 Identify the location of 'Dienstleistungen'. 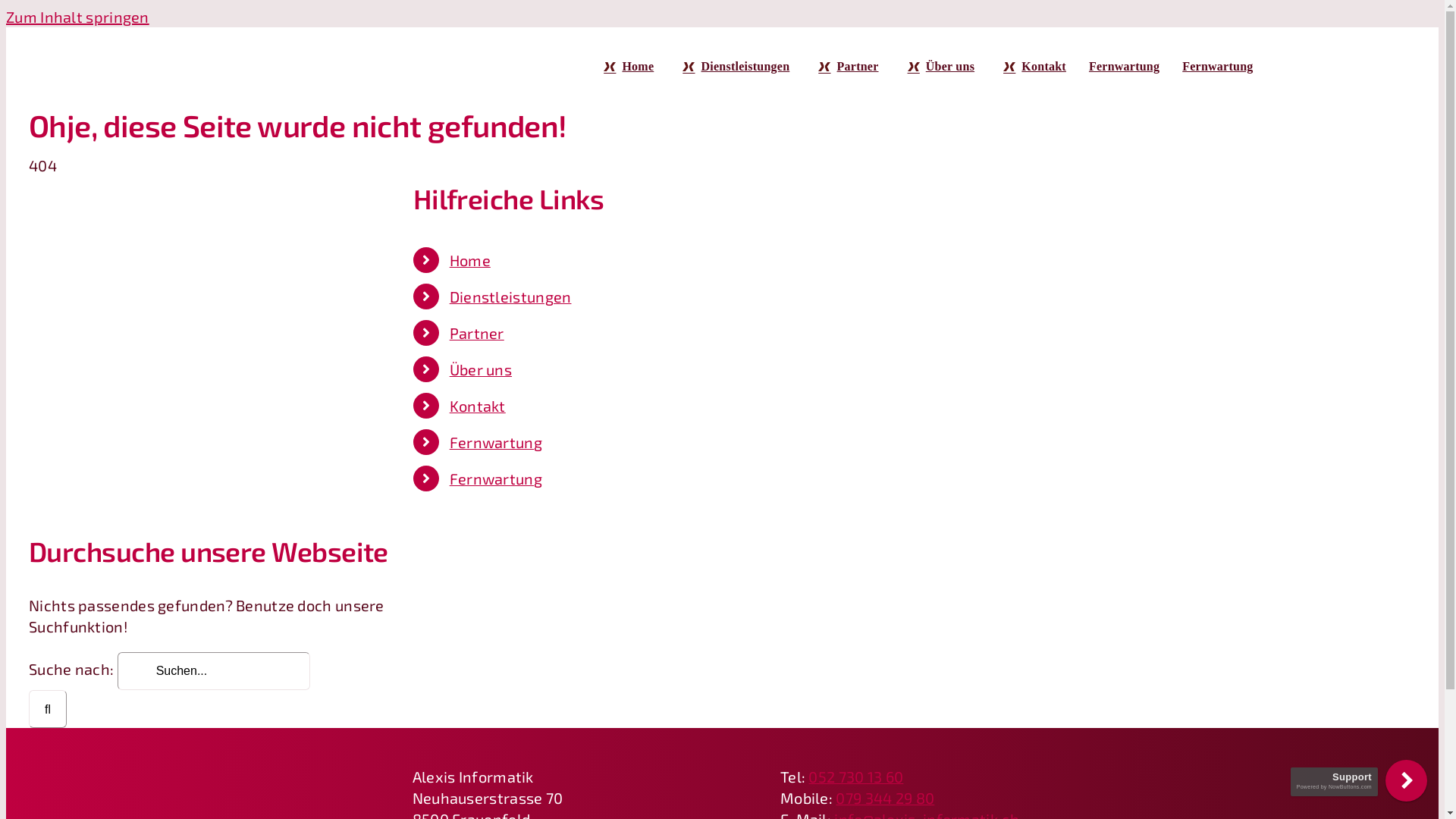
(733, 66).